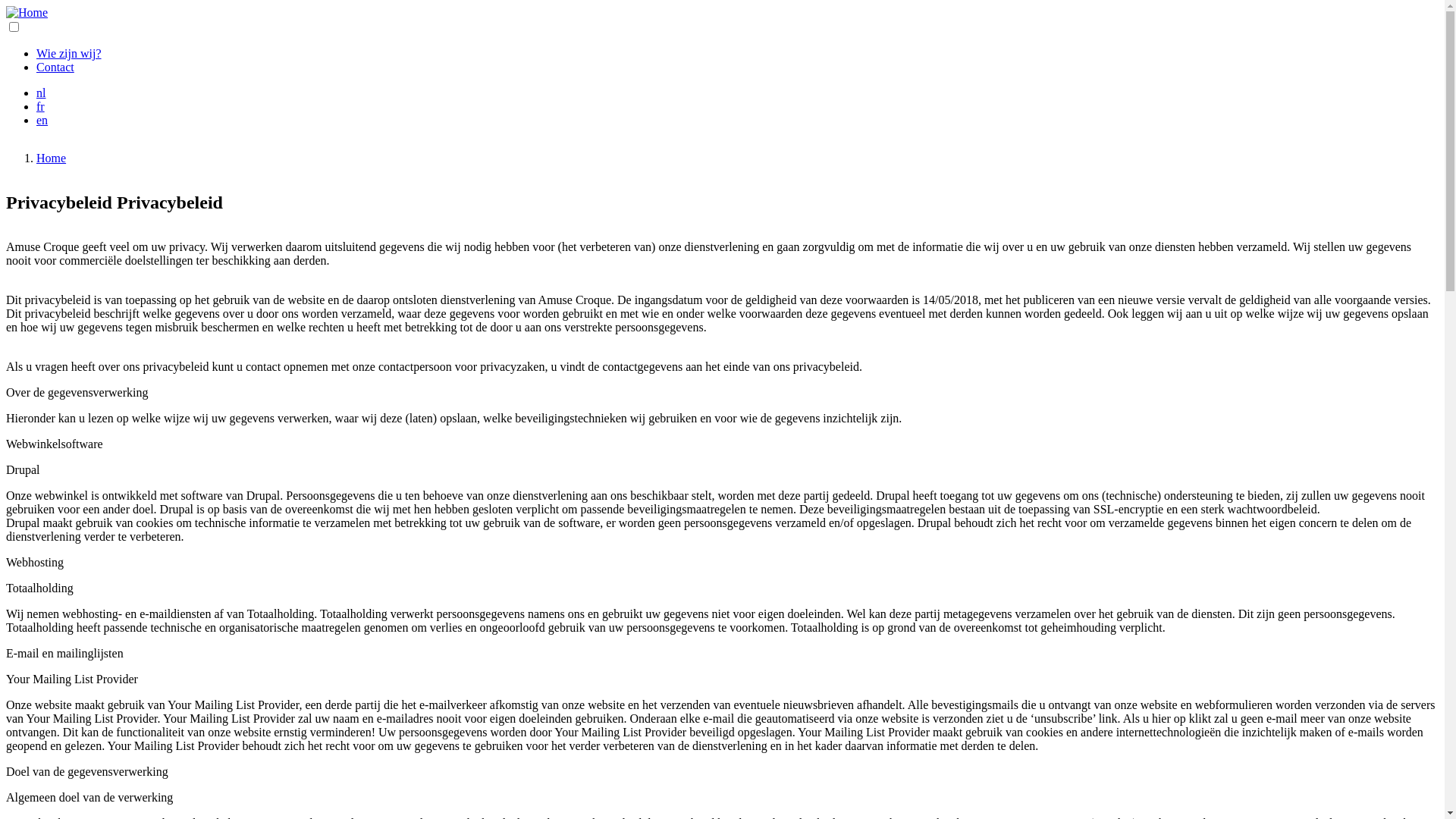 This screenshot has height=819, width=1456. What do you see at coordinates (51, 158) in the screenshot?
I see `'Home'` at bounding box center [51, 158].